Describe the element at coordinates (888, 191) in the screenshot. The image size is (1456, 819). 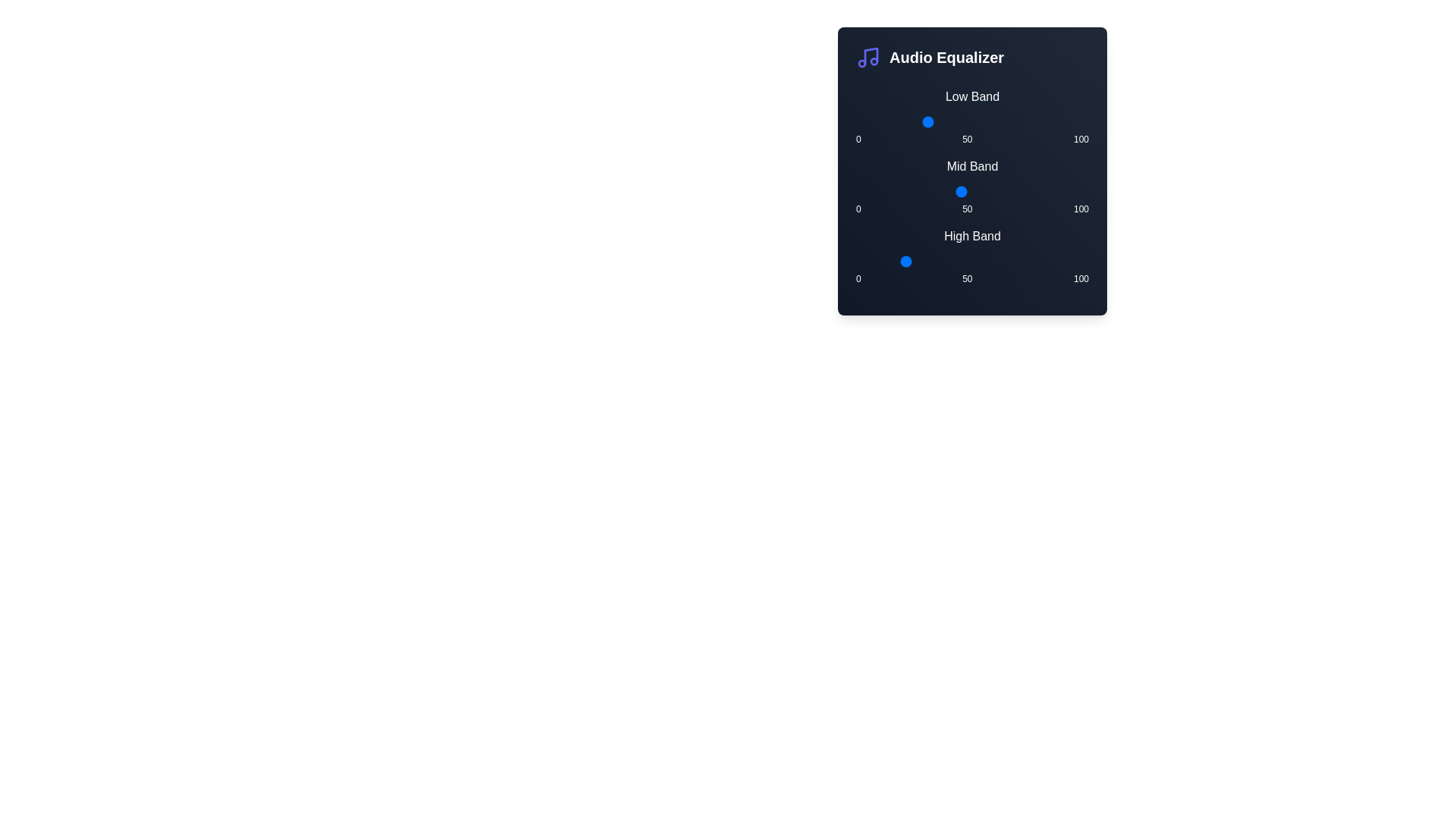
I see `the Mid Band slider to set its value to 14` at that location.